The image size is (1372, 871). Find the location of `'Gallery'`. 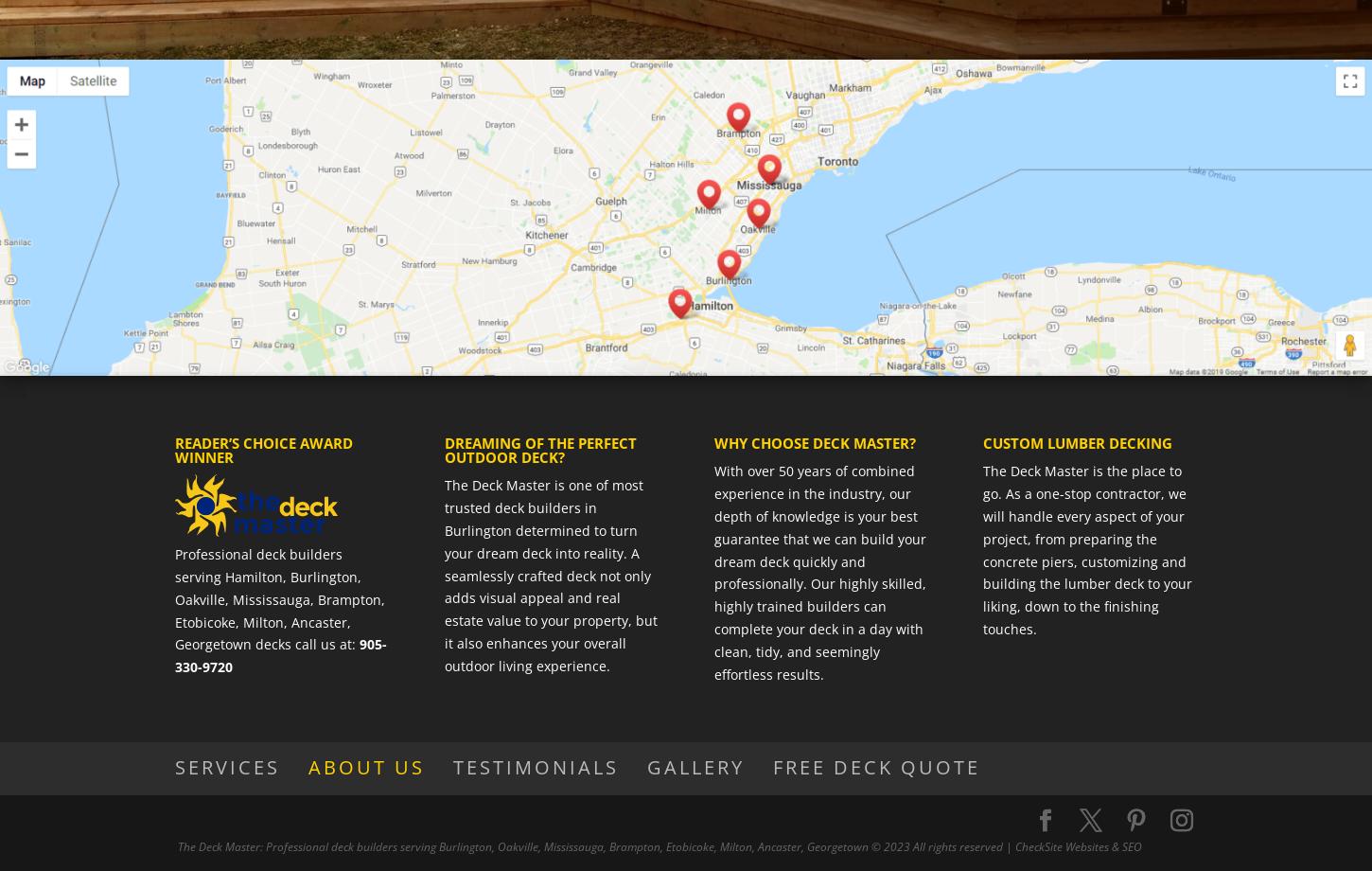

'Gallery' is located at coordinates (695, 765).